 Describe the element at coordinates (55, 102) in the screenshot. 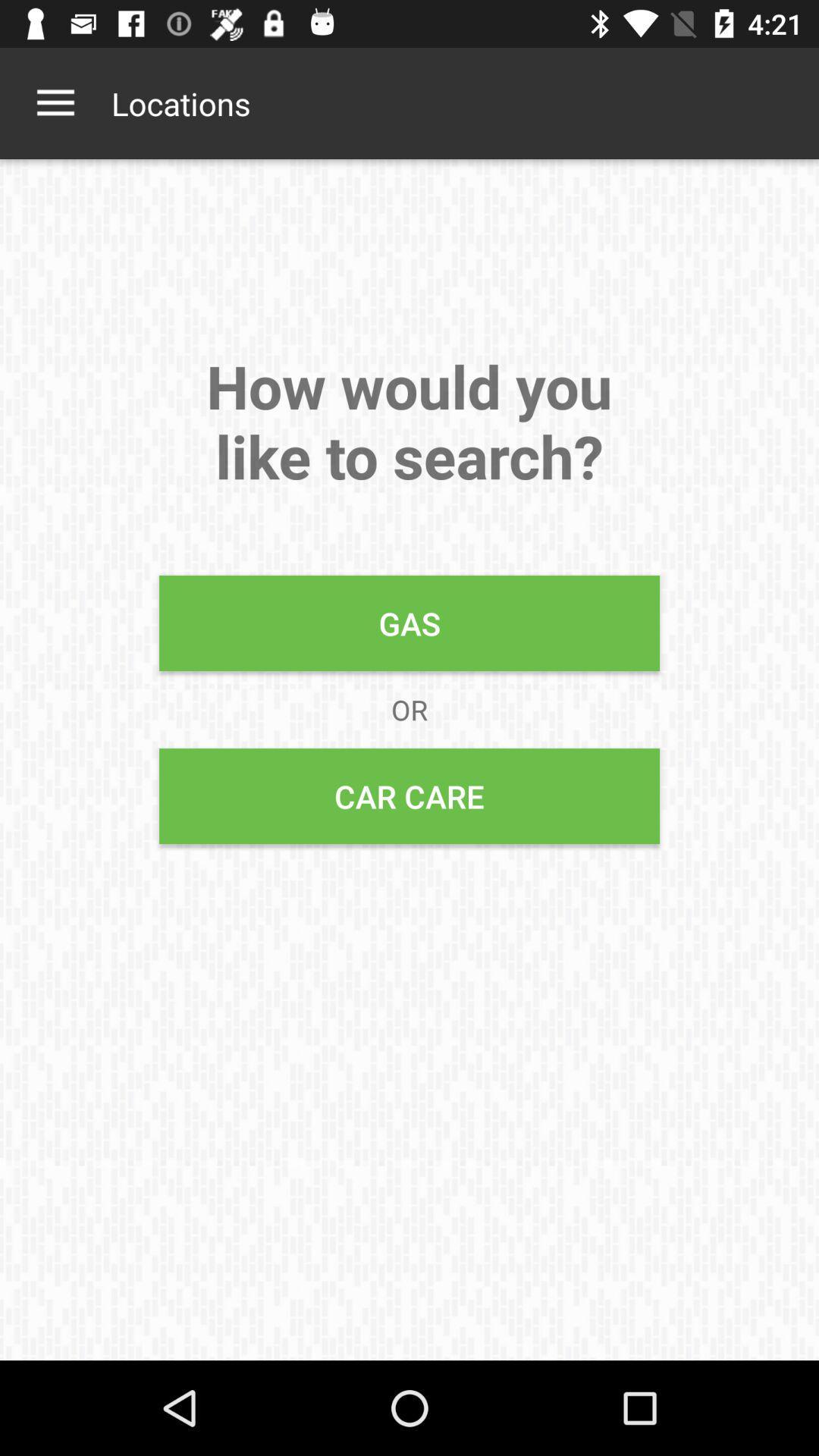

I see `the icon next to the locations item` at that location.